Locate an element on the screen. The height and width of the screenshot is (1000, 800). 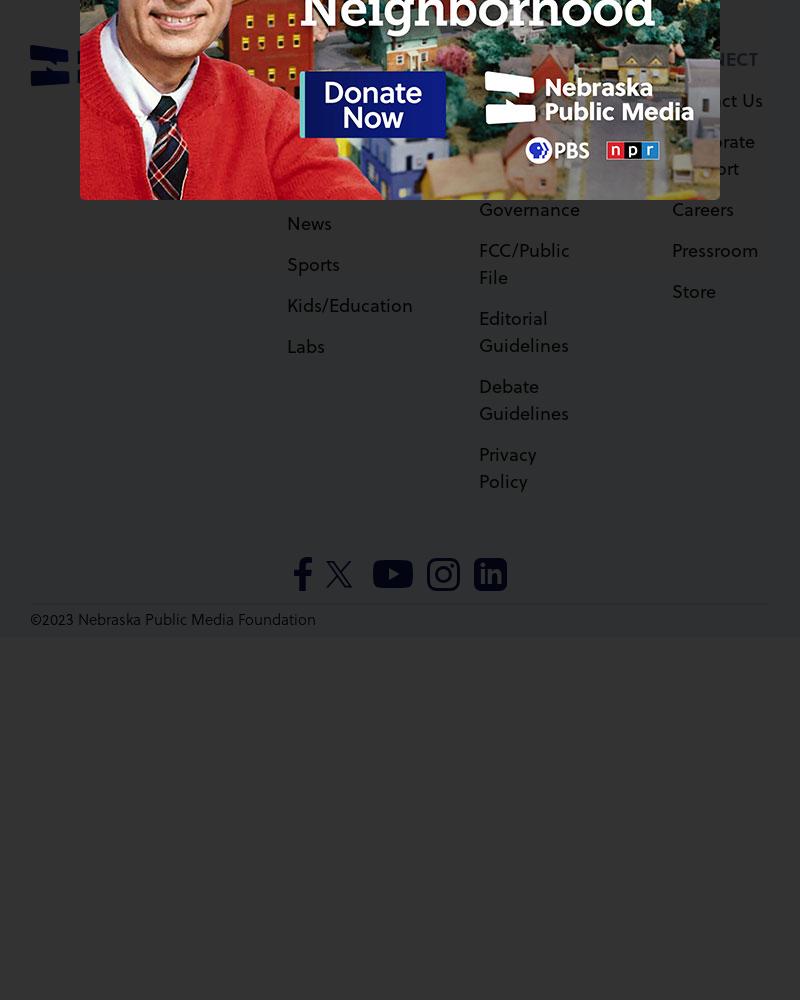
'Connect' is located at coordinates (713, 57).